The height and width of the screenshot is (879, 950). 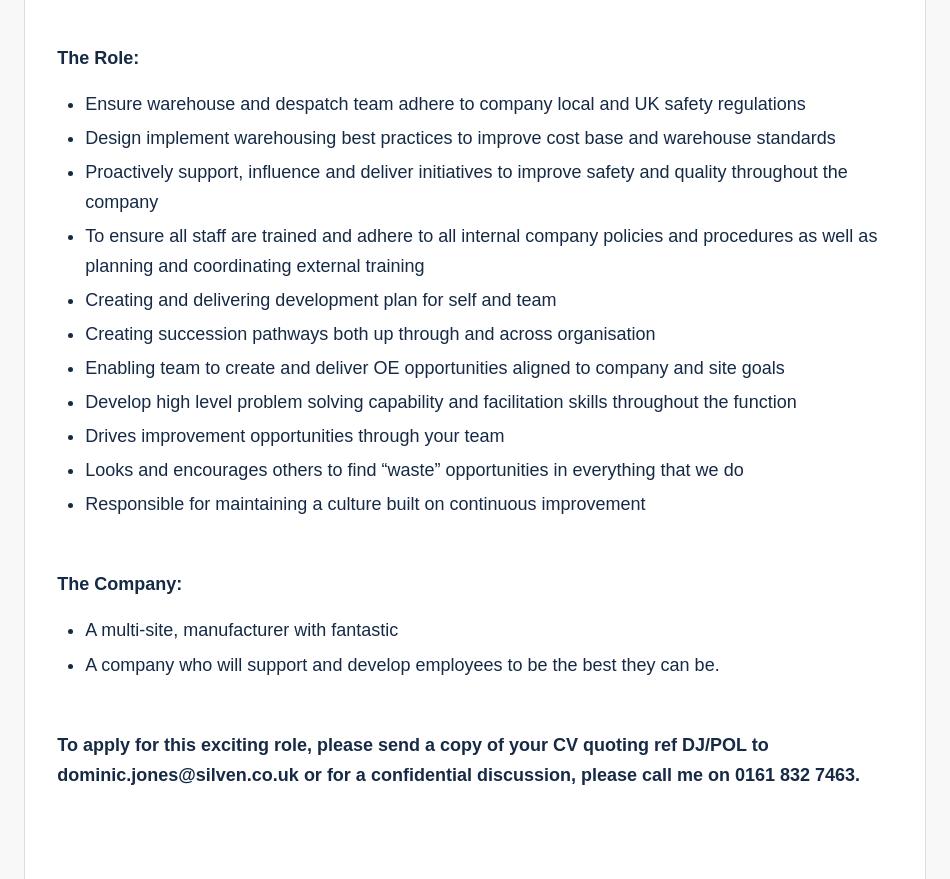 I want to click on 'Drives improvement opportunities through your team', so click(x=293, y=434).